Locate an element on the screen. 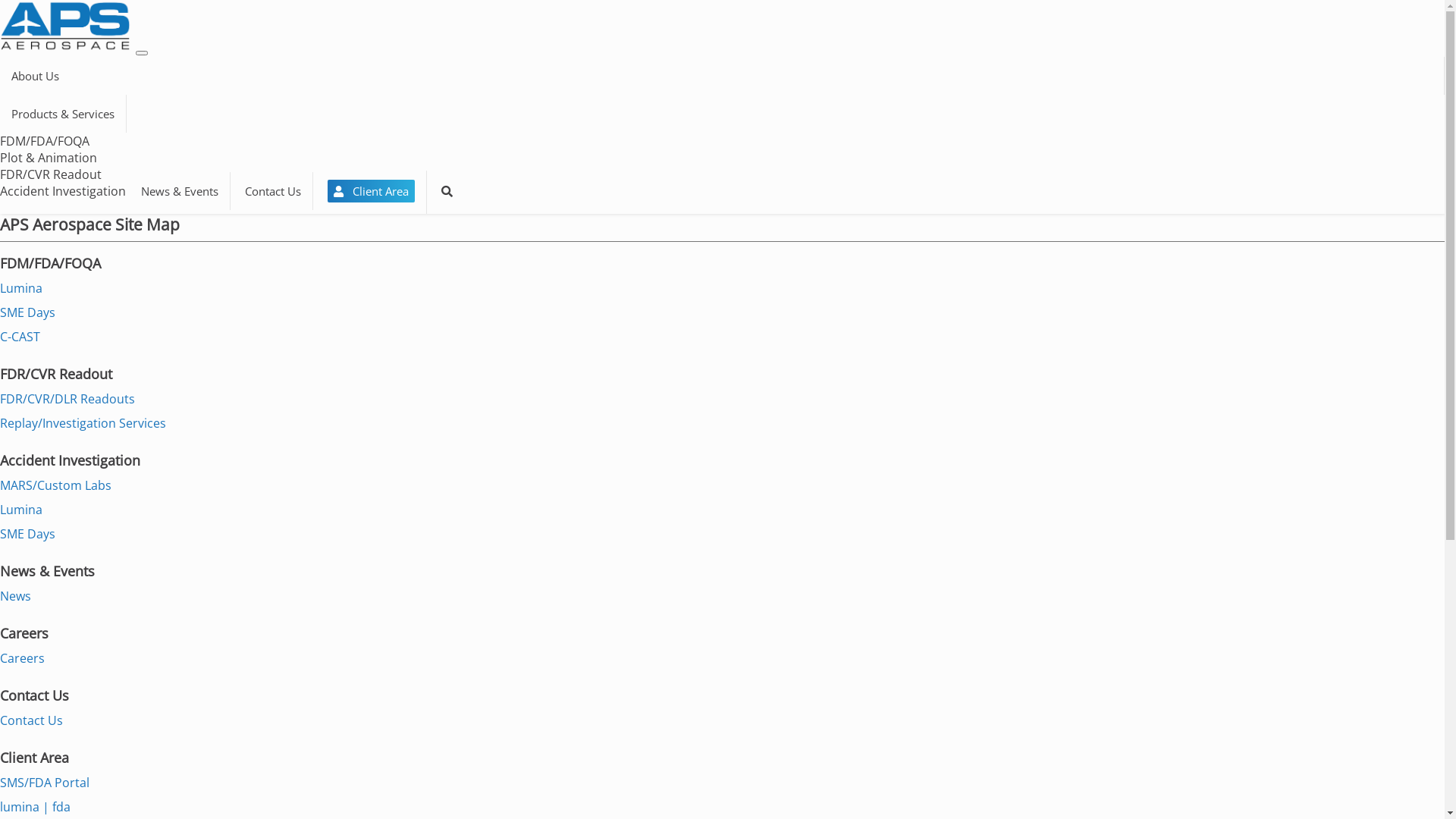 The height and width of the screenshot is (819, 1456). 'SME Days' is located at coordinates (0, 533).